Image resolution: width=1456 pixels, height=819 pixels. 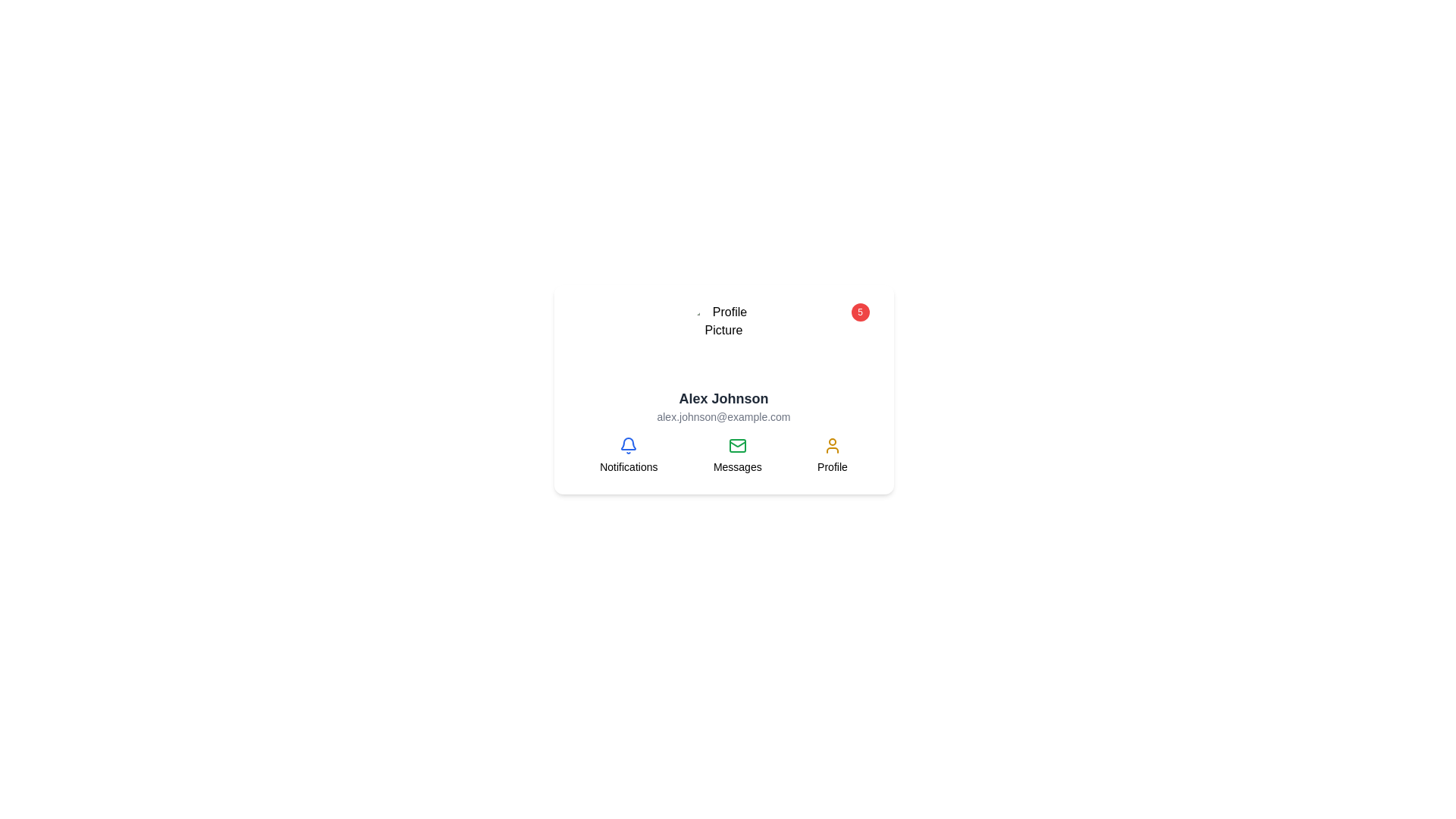 What do you see at coordinates (723, 417) in the screenshot?
I see `the Text label displaying the email address 'alex.johnson@example.com', which is centrally aligned below the name 'Alex Johnson'` at bounding box center [723, 417].